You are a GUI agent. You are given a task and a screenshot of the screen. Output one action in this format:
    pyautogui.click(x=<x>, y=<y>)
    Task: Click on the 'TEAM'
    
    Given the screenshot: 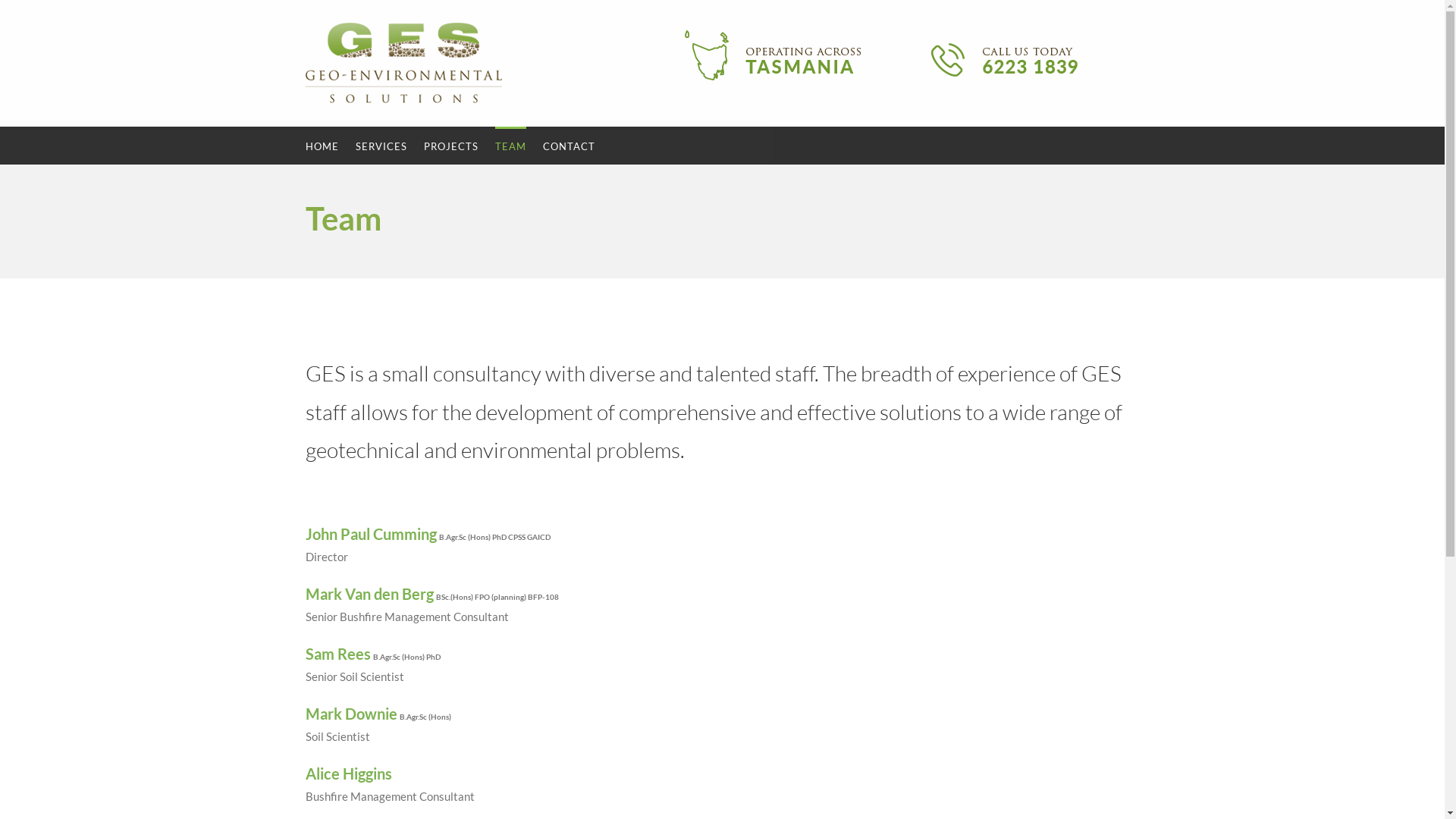 What is the action you would take?
    pyautogui.click(x=510, y=146)
    